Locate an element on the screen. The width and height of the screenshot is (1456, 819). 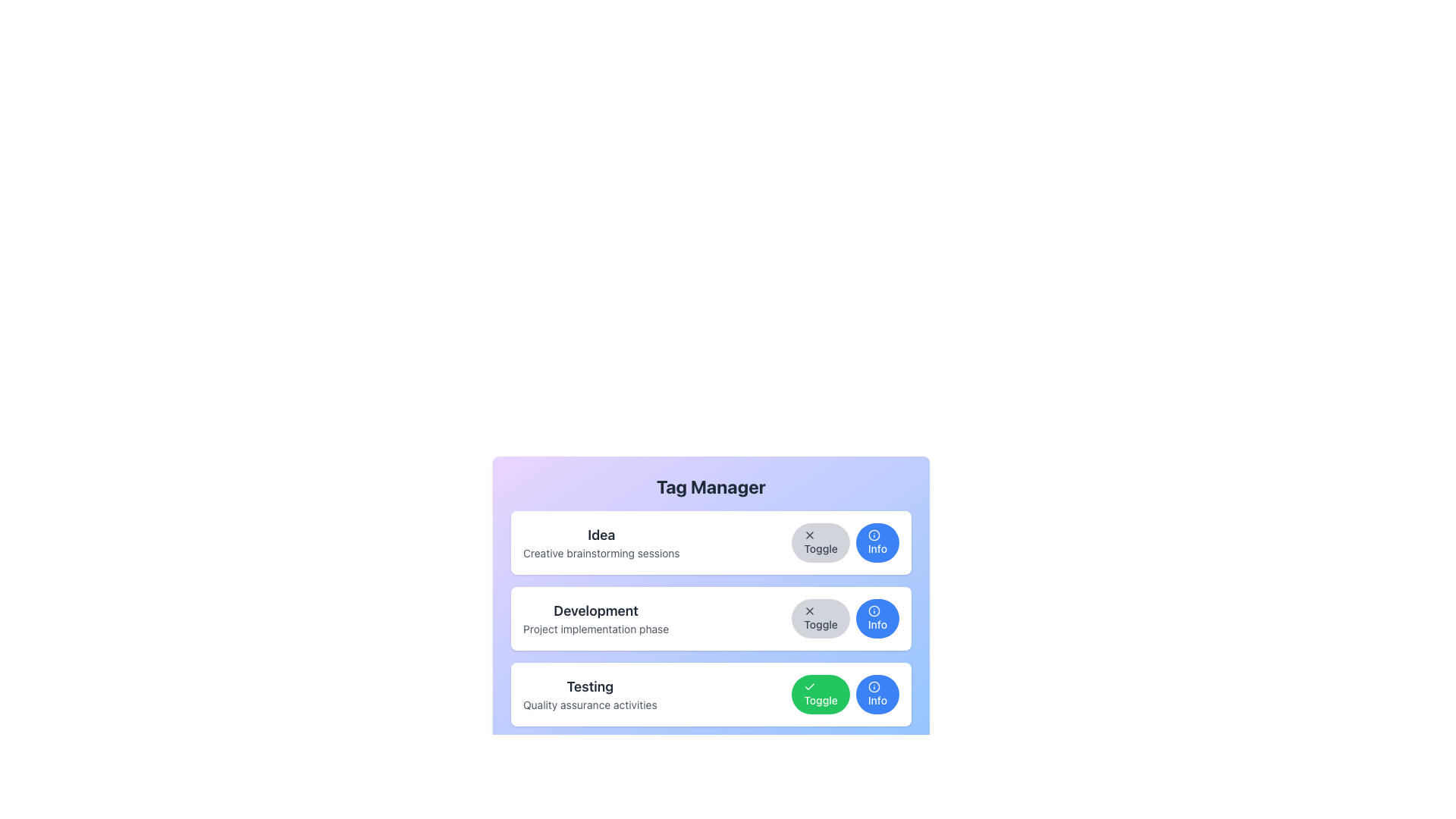
the decorative graphical icon element within the 'Info' button of the 'Testing' section is located at coordinates (874, 687).